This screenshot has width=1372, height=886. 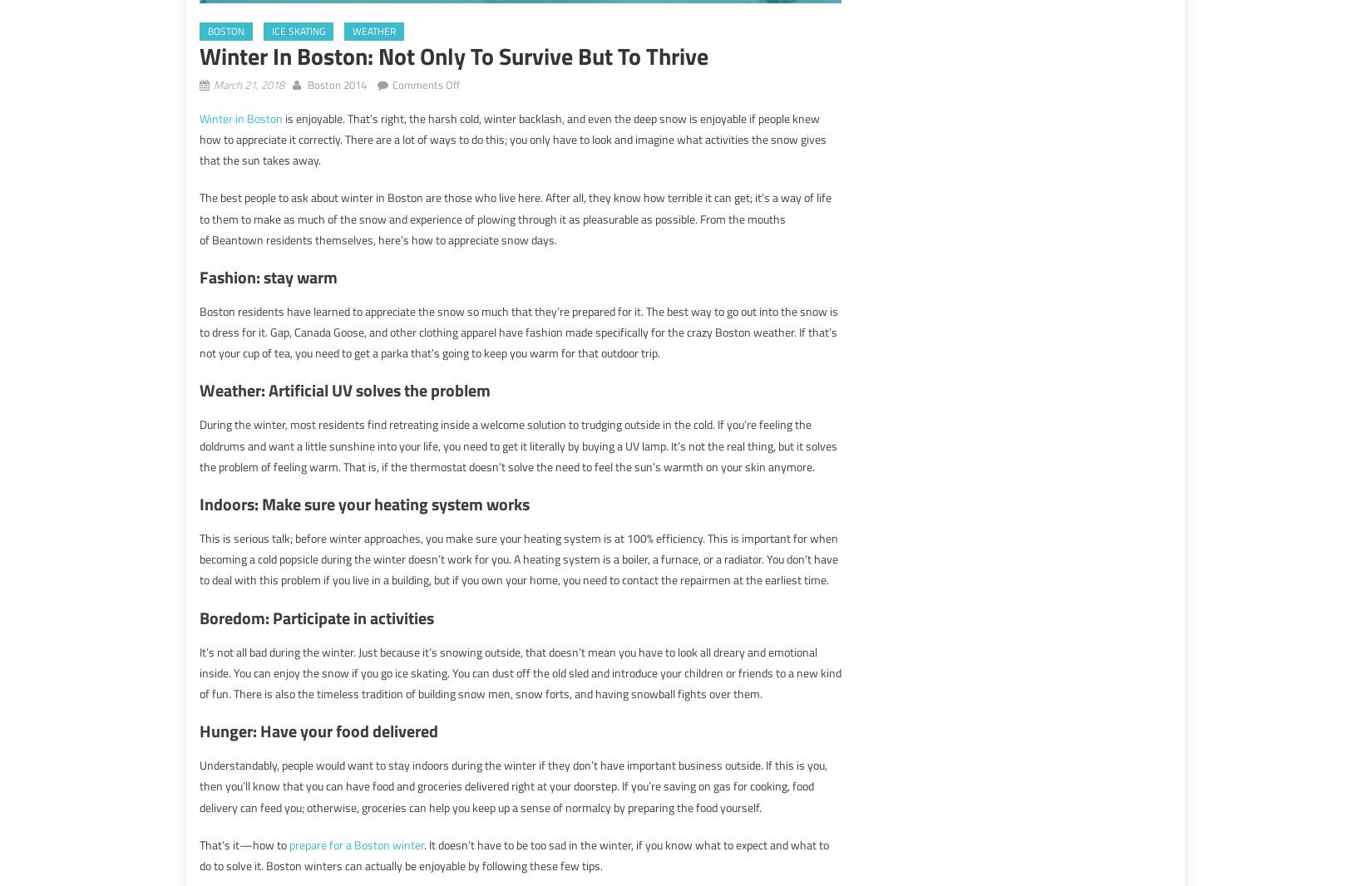 I want to click on 'The best people to ask about winter in Boston are those who live here. After all, they know how terrible it can get; it’s a way of life to them to make as much of the snow and experience of plowing through it as pleasurable as possible. From the mouths of Beantown residents themselves, here’s how to appreciate snow days.', so click(x=515, y=217).